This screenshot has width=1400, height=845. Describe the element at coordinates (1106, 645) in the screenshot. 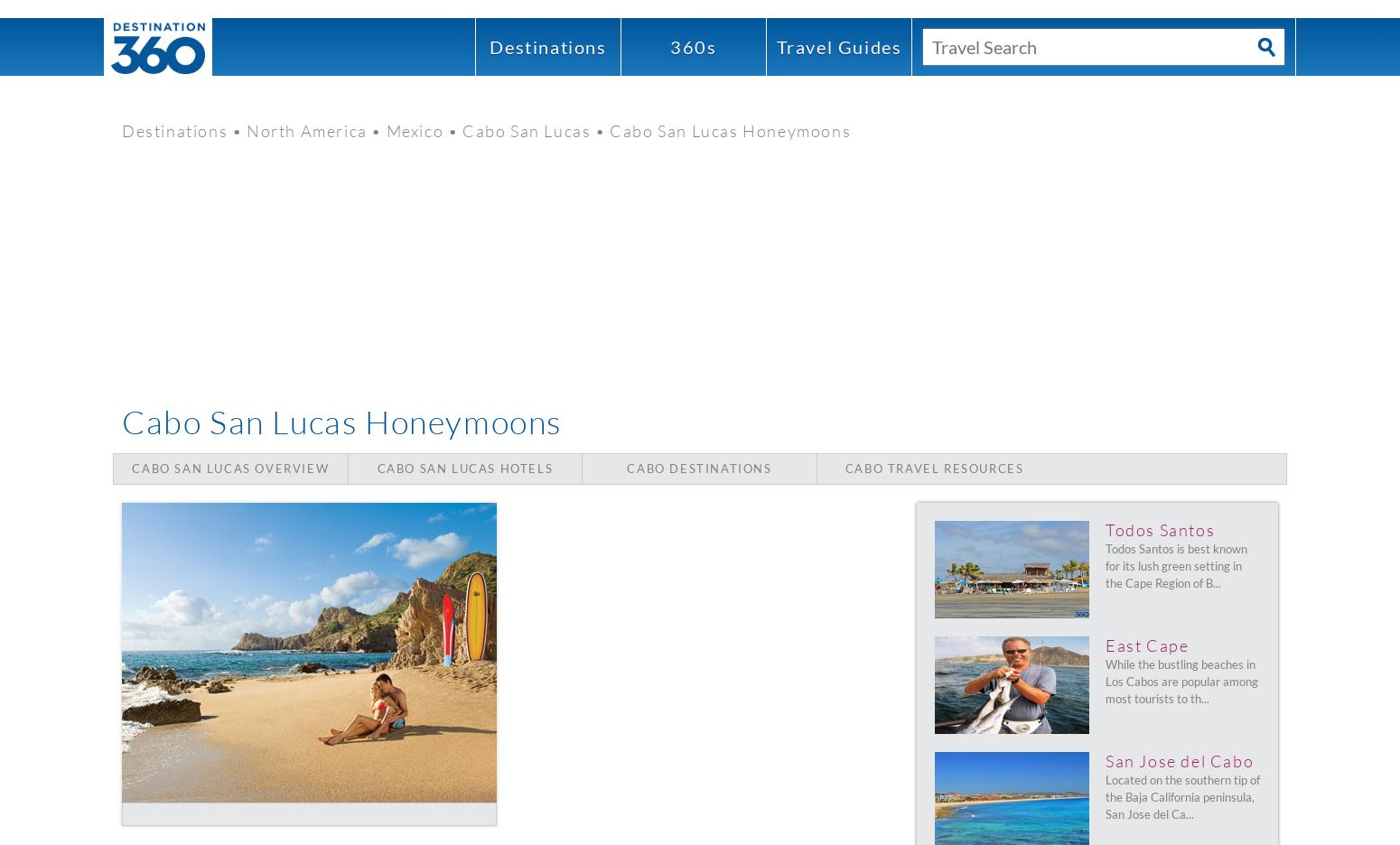

I see `'East Cape'` at that location.